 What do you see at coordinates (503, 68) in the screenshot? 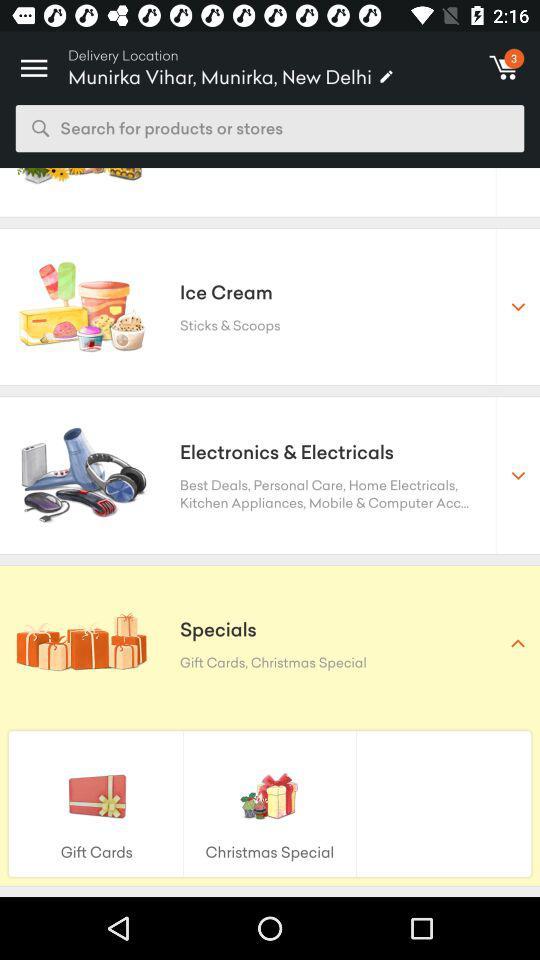
I see `cart icon below time` at bounding box center [503, 68].